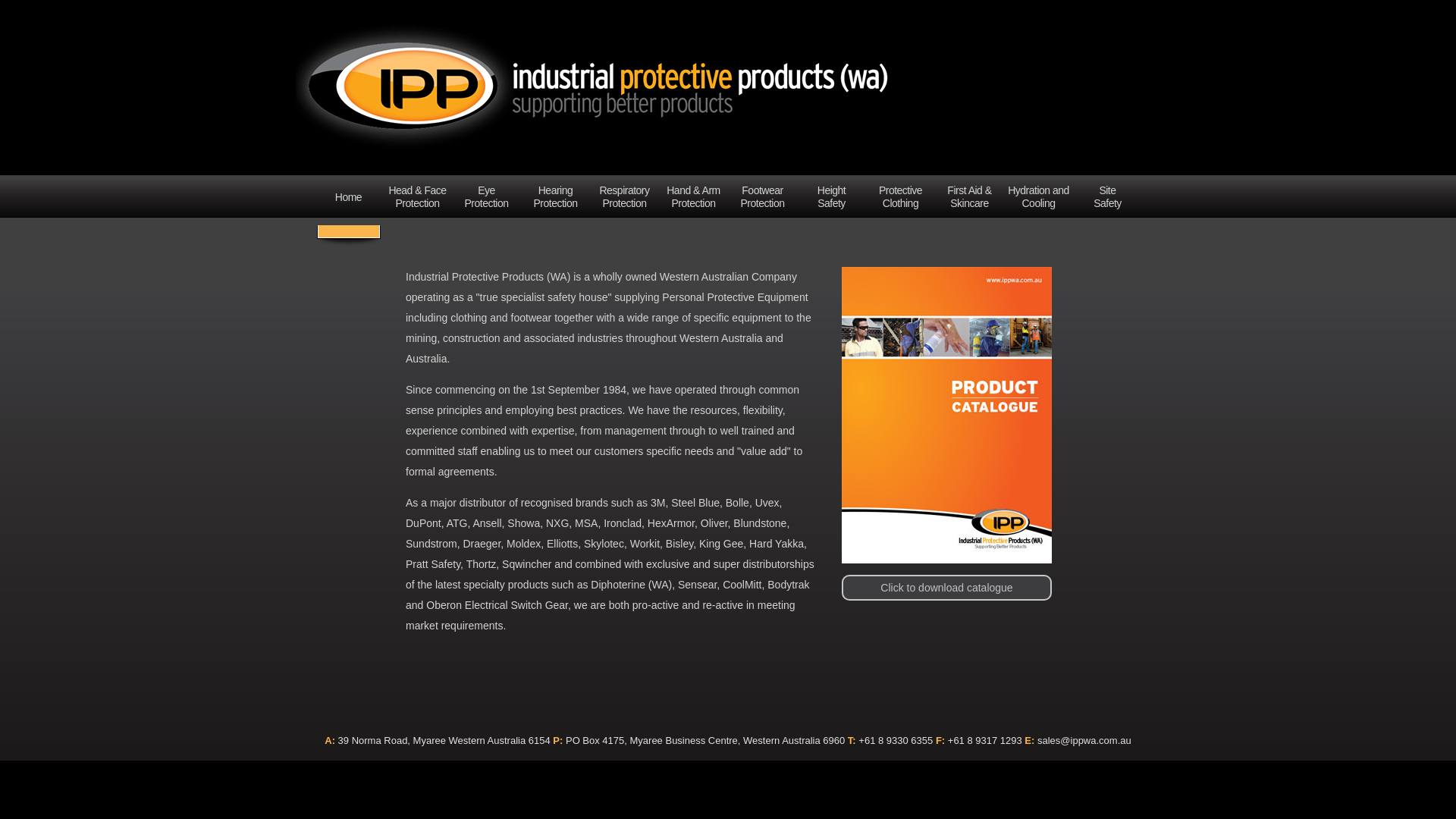  I want to click on 'Hydration and Cooling', so click(1037, 196).